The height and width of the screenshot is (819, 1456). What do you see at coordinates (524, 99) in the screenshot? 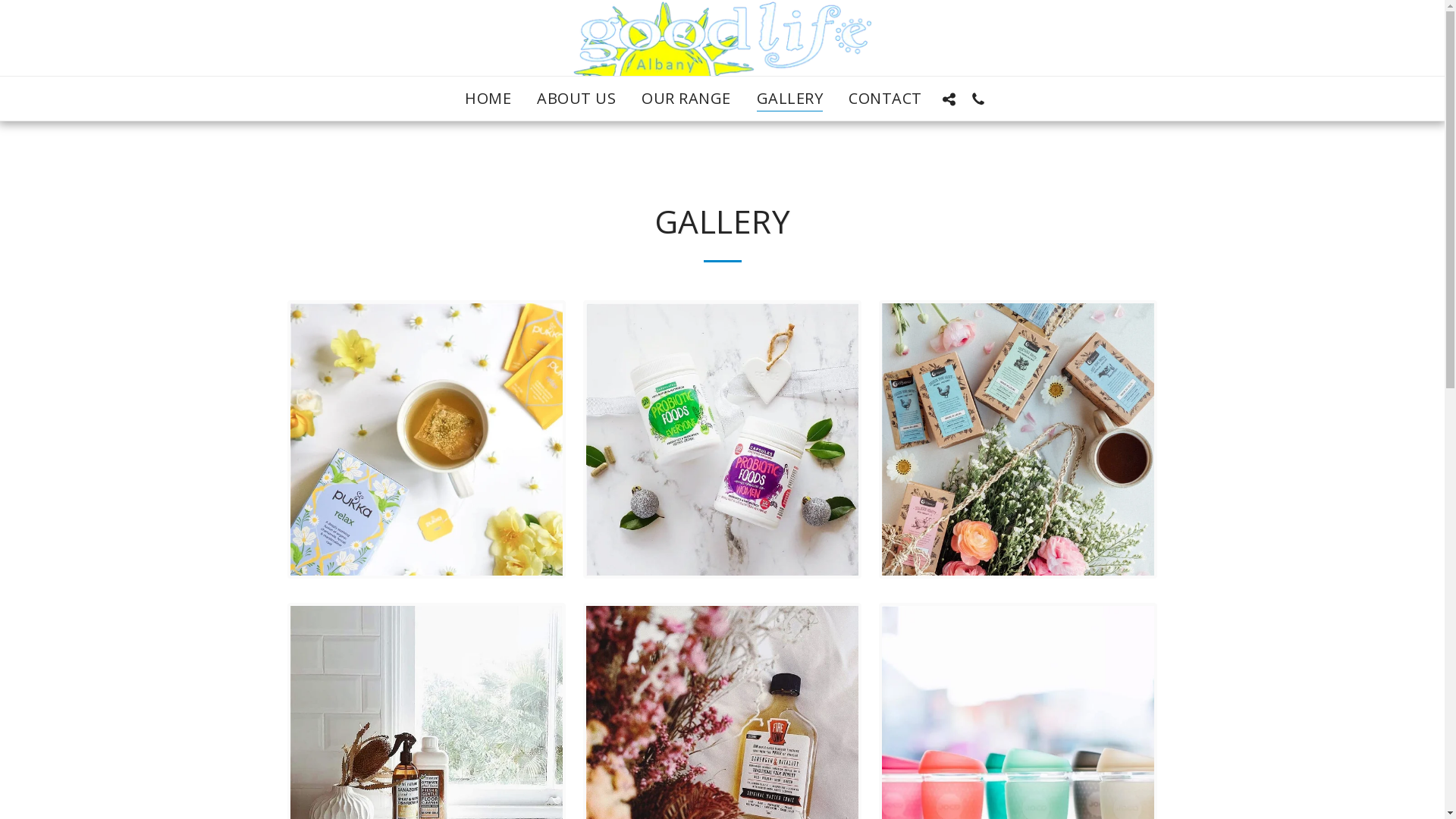
I see `'ABOUT US'` at bounding box center [524, 99].